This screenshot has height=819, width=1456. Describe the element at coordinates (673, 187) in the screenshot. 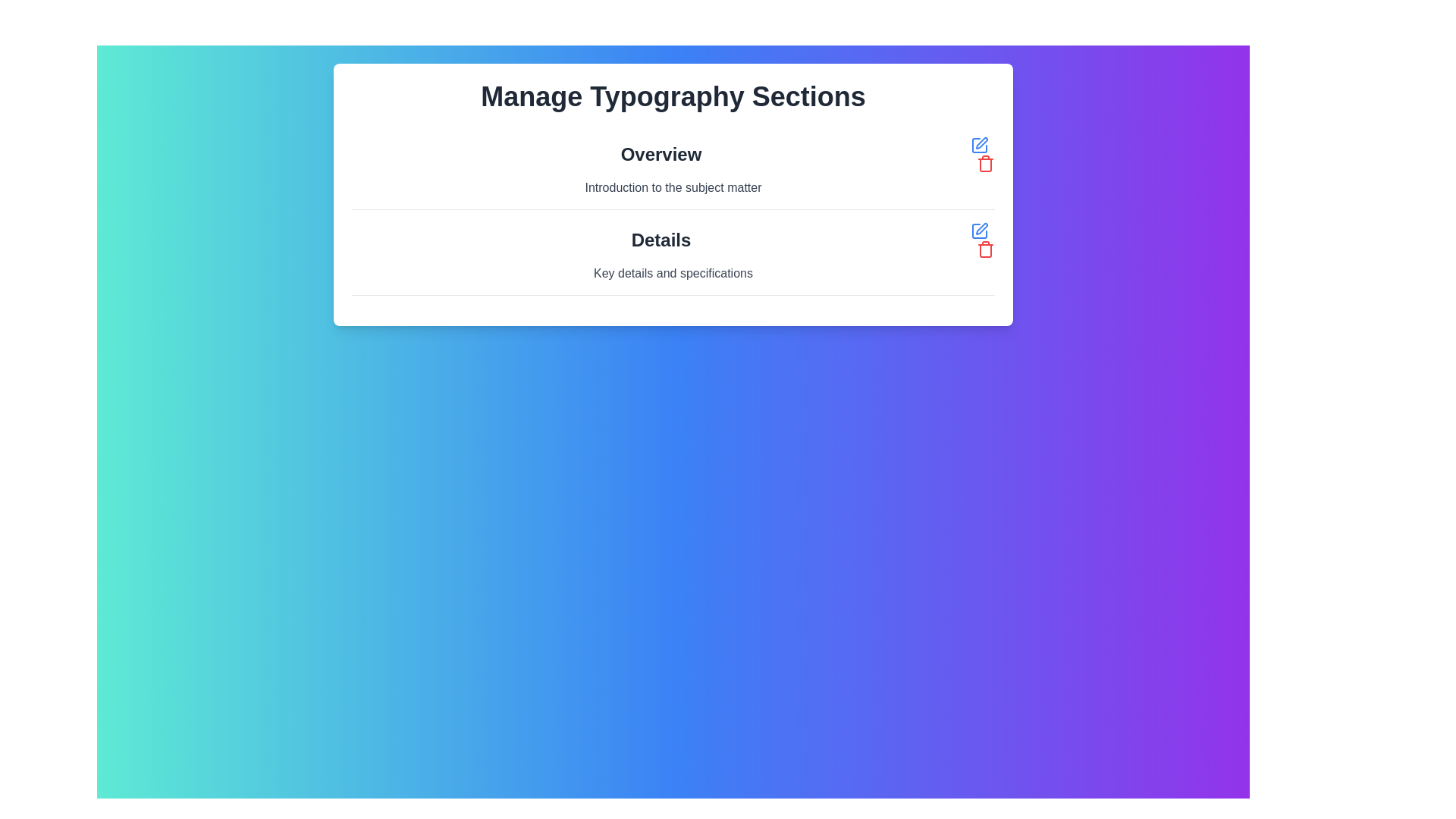

I see `the static text displaying 'Introduction to the subject matter', which is styled in gray and located below the 'Overview' heading` at that location.